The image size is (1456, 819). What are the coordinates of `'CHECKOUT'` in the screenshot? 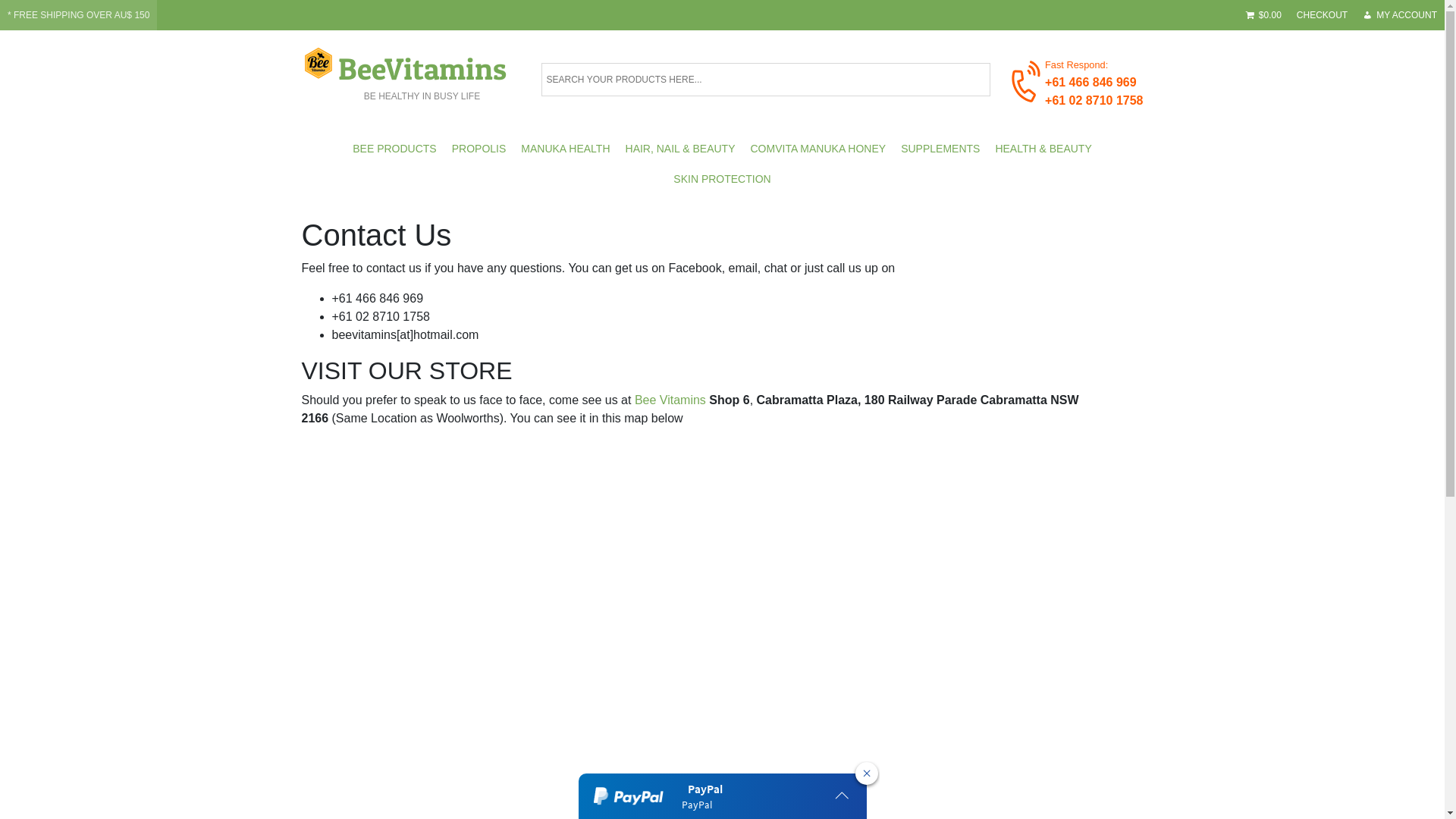 It's located at (1288, 14).